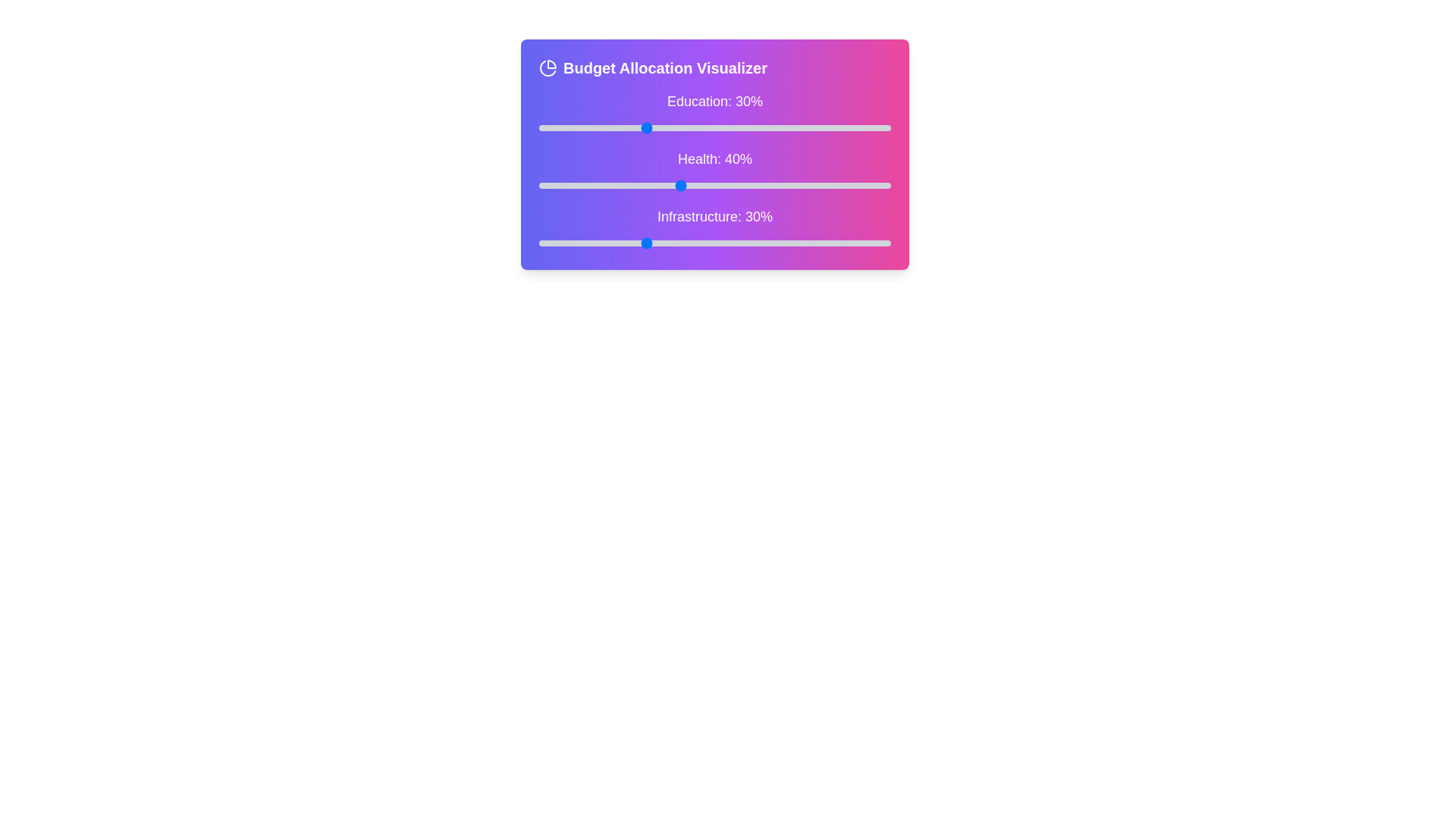 This screenshot has height=819, width=1456. What do you see at coordinates (551, 63) in the screenshot?
I see `the top right segment of the pie chart icon in the 'Budget Allocation Visualizer' header section` at bounding box center [551, 63].